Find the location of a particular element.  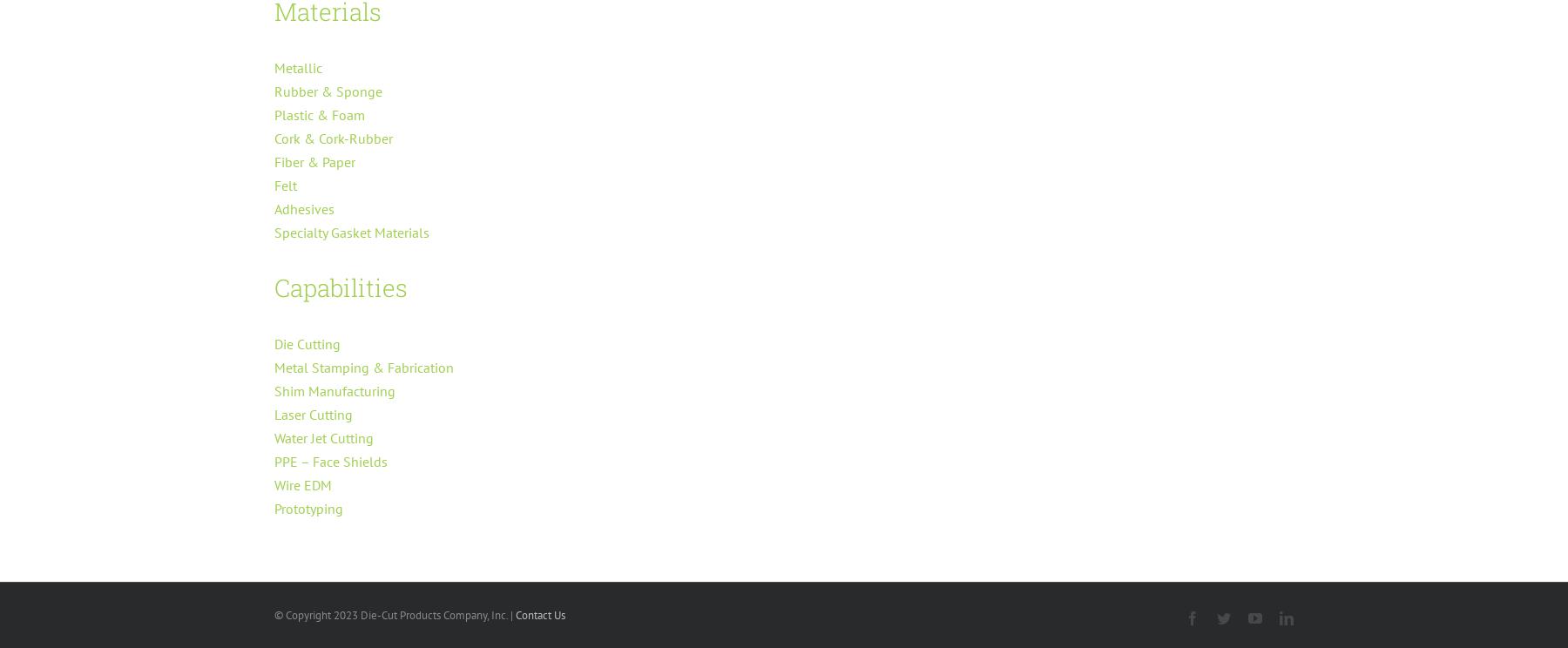

'PPE – Face Shields' is located at coordinates (330, 459).